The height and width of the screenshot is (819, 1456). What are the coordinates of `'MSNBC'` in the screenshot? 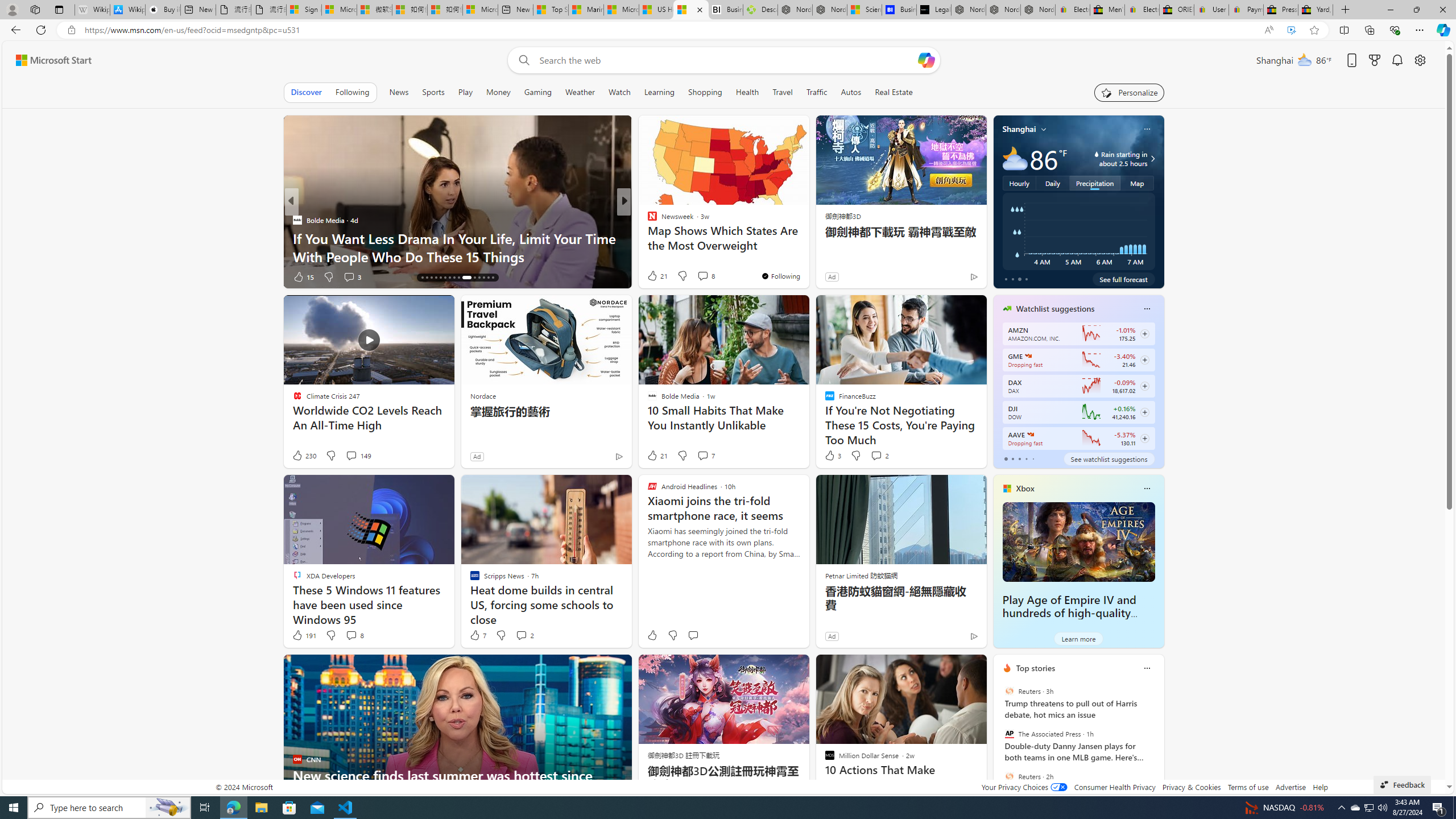 It's located at (647, 220).